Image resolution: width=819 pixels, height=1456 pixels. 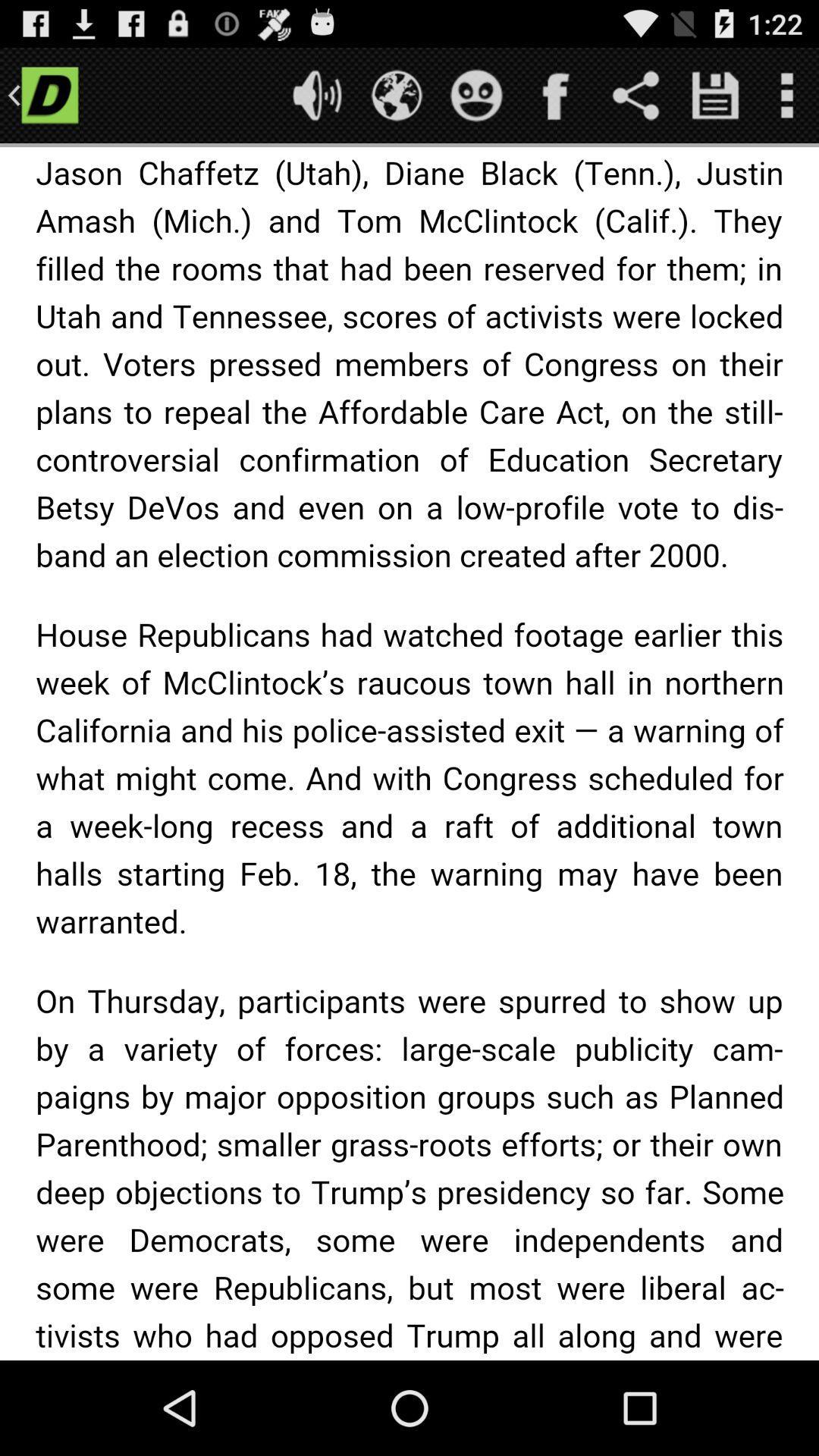 I want to click on the globe icon, so click(x=396, y=101).